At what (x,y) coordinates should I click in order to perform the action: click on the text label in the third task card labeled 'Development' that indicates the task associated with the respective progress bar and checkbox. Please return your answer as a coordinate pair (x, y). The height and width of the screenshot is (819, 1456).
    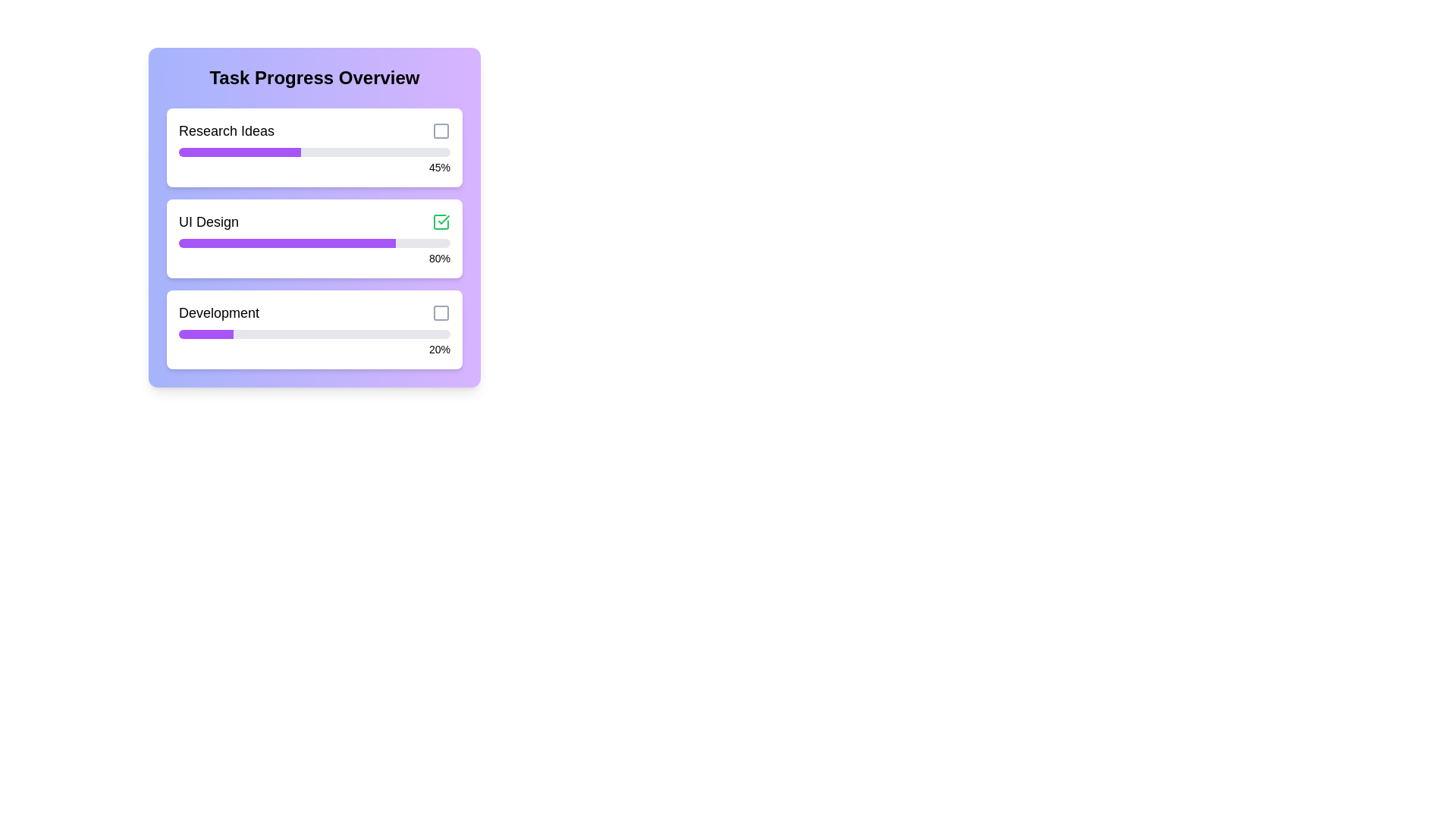
    Looking at the image, I should click on (218, 312).